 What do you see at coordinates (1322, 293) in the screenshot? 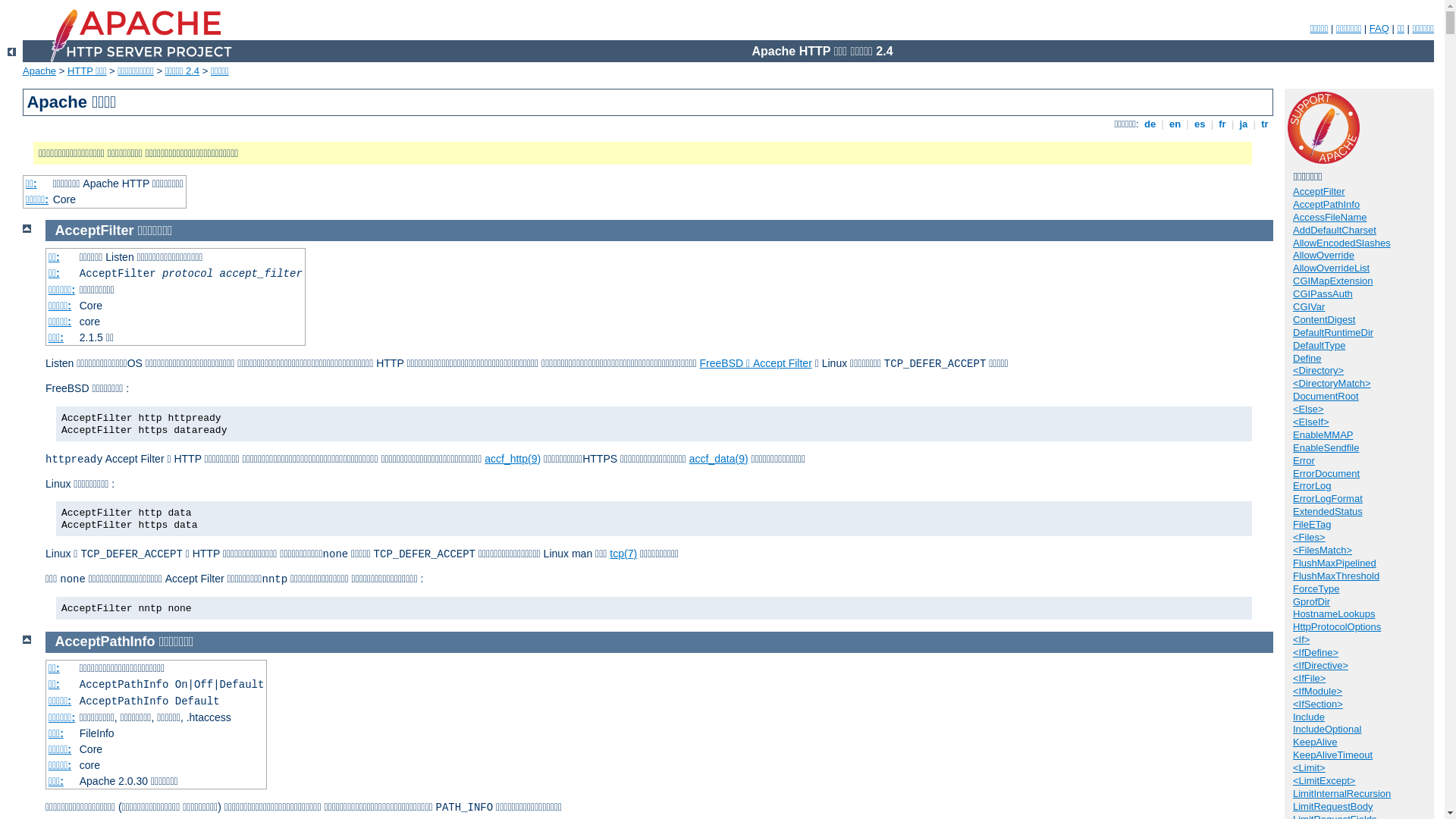
I see `'CGIPassAuth'` at bounding box center [1322, 293].